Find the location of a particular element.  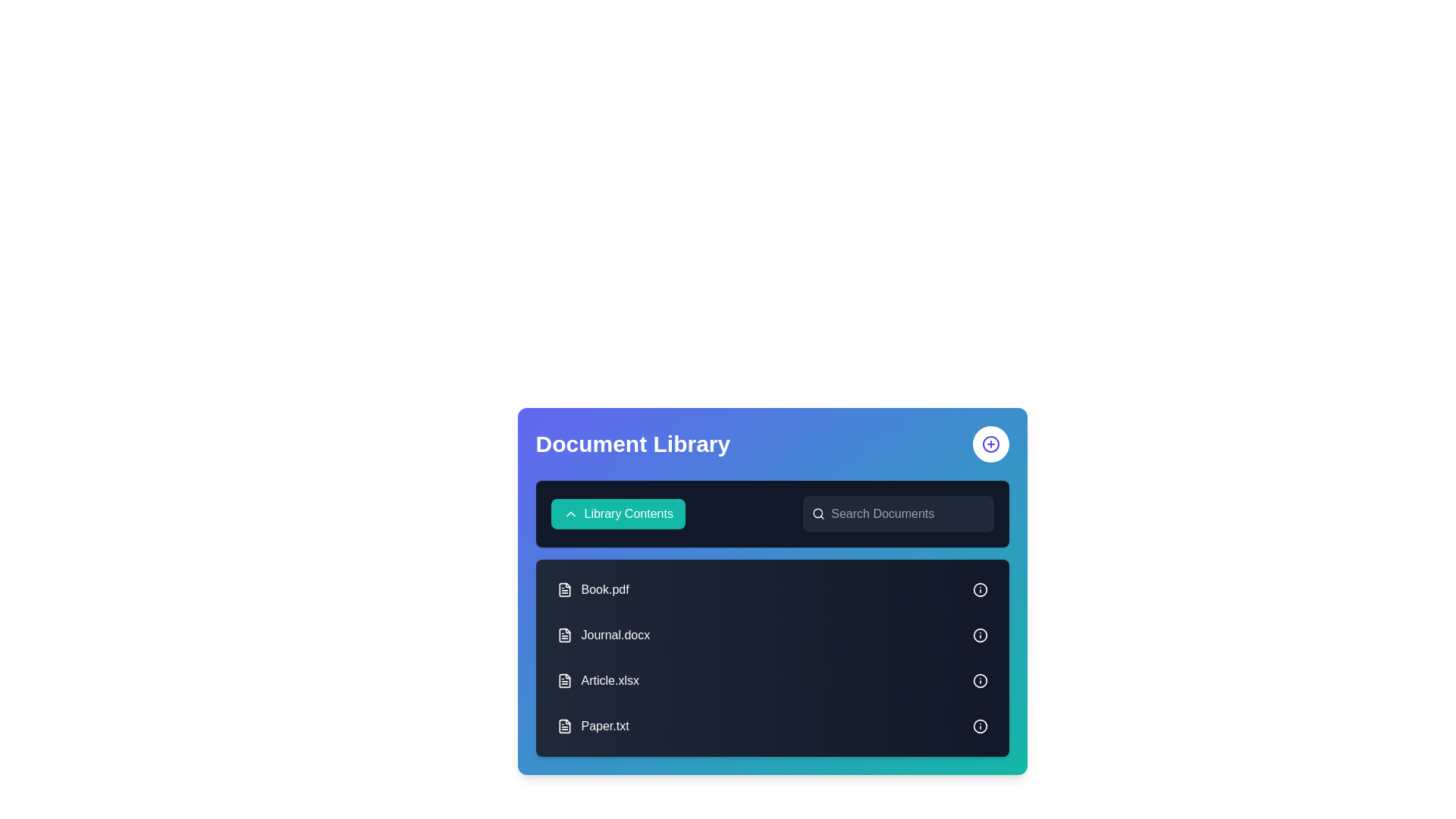

the entry for the file named 'Article.xlsx' in the Document Library is located at coordinates (597, 680).